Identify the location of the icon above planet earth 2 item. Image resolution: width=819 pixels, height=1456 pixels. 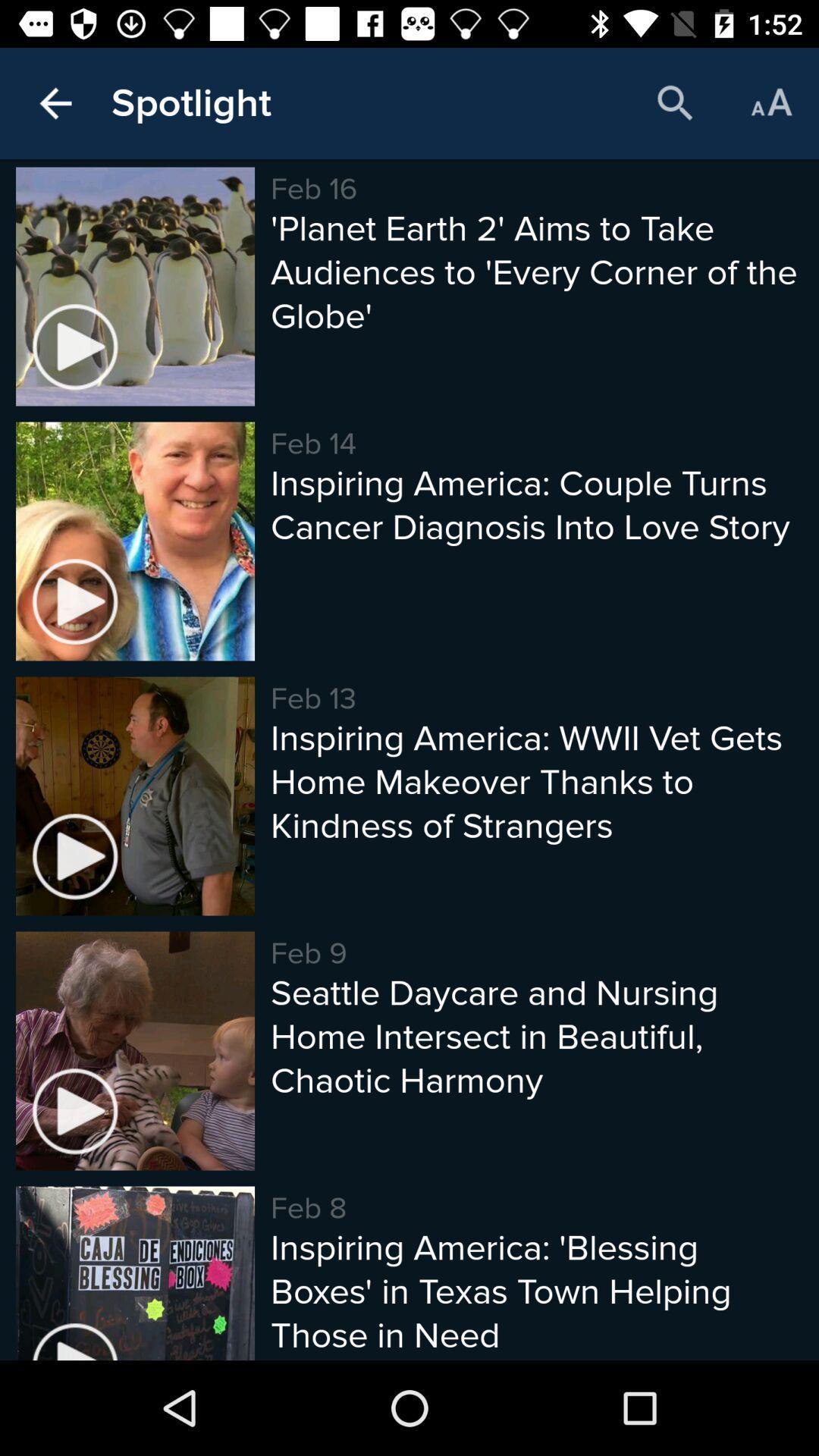
(771, 102).